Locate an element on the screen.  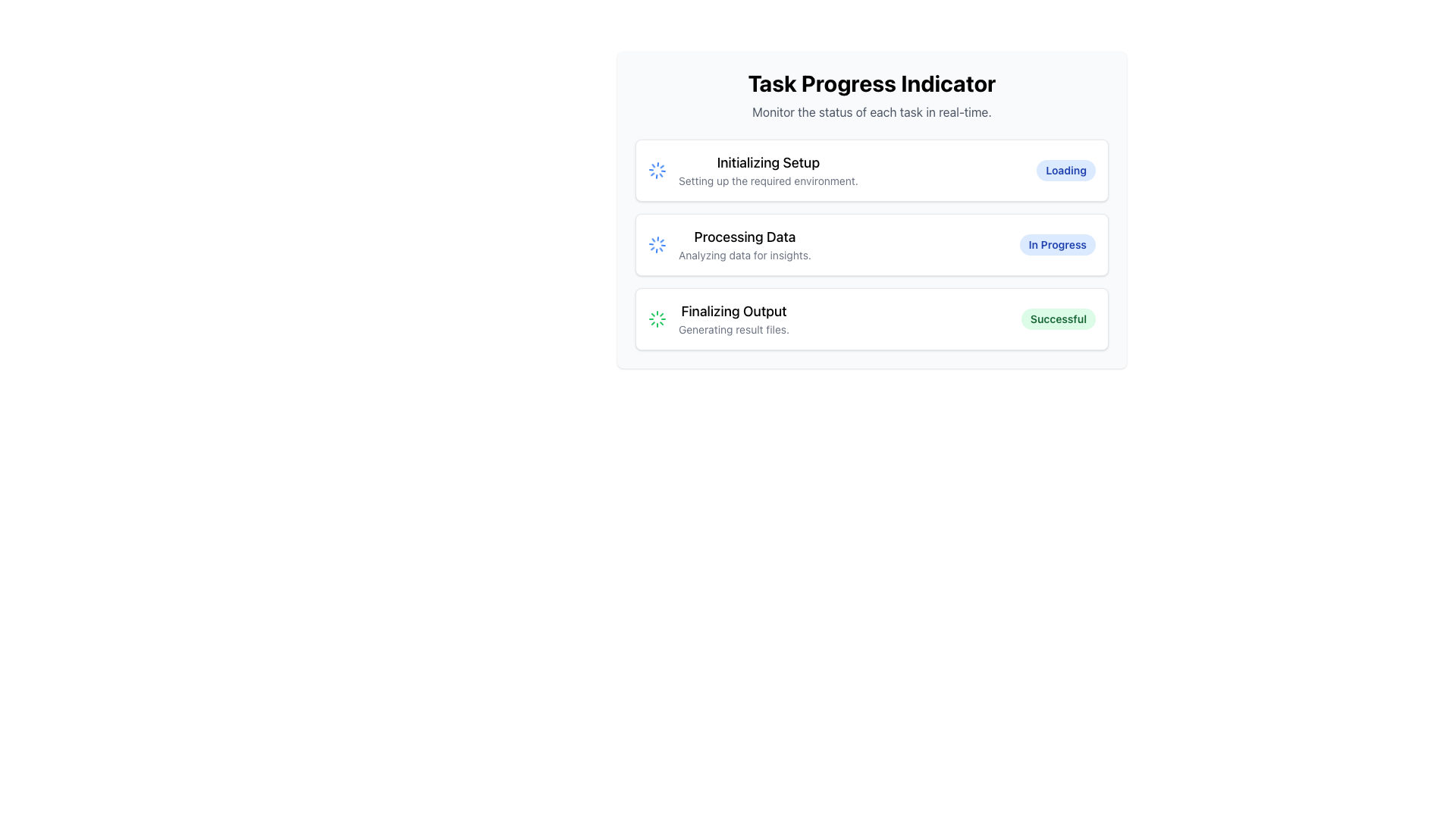
text content of the gray text label that reads 'Generating result files.' located under the 'Finalizing Output' section is located at coordinates (734, 329).